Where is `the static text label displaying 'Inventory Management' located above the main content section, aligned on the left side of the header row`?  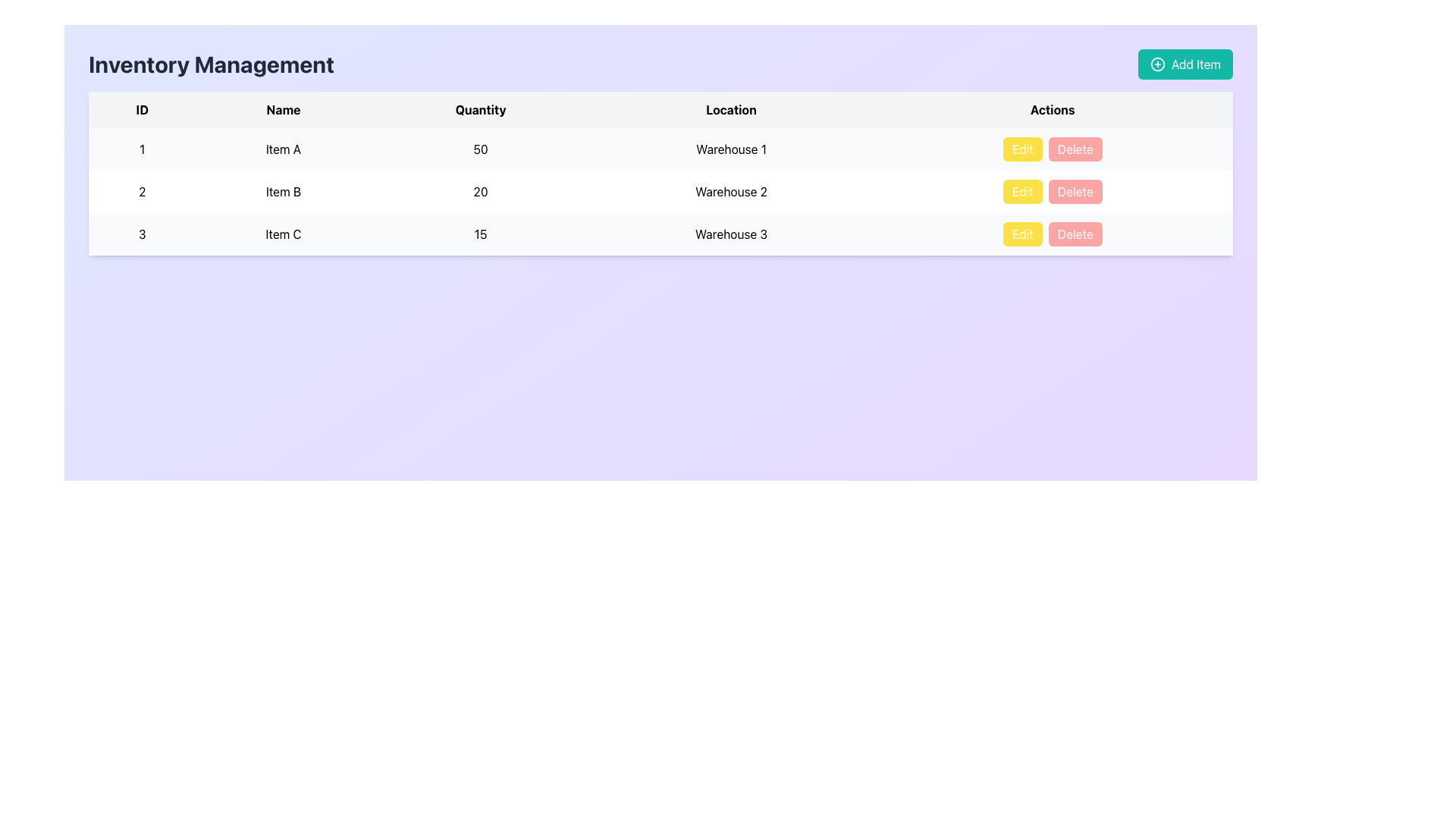 the static text label displaying 'Inventory Management' located above the main content section, aligned on the left side of the header row is located at coordinates (210, 63).